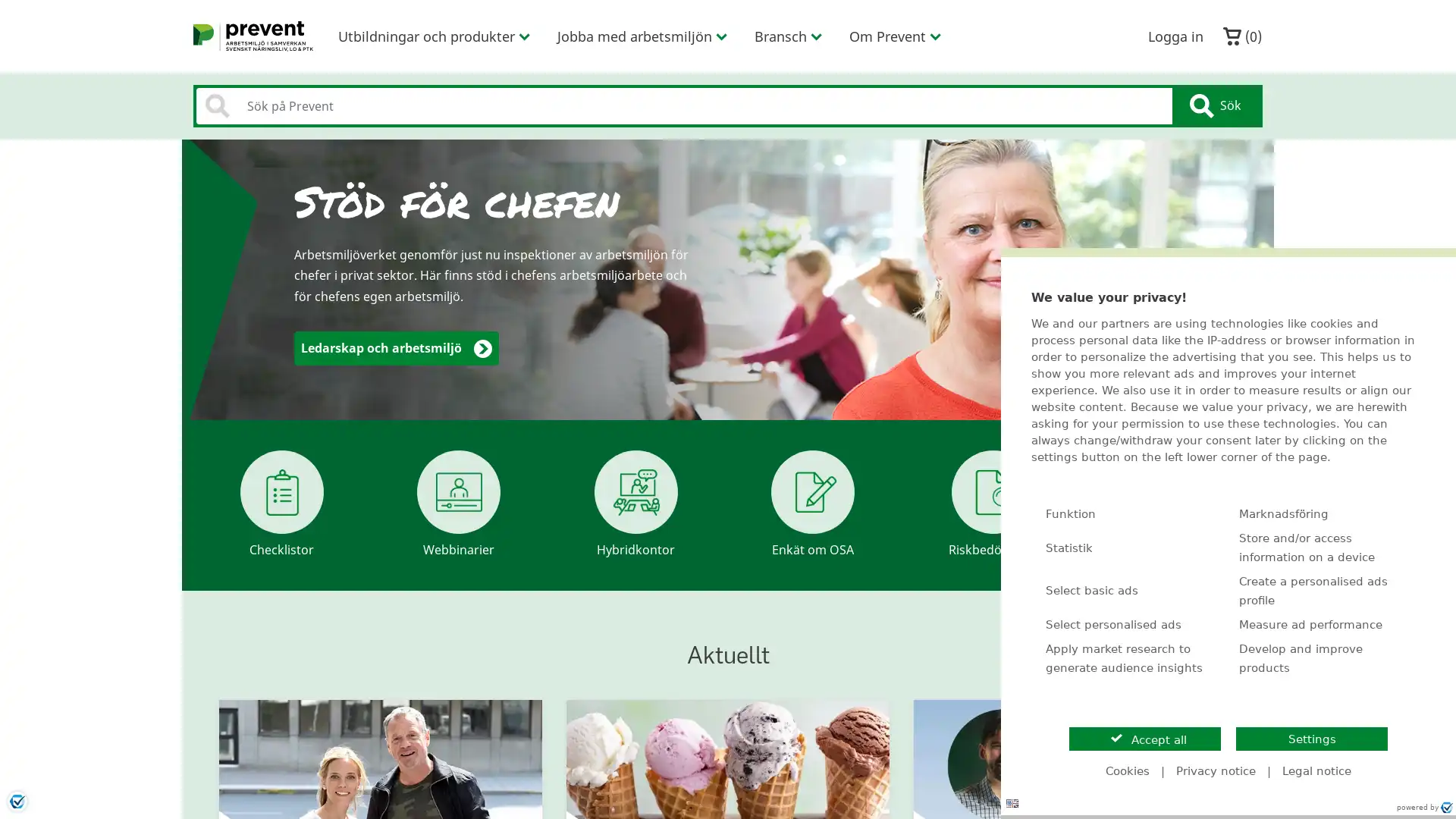  What do you see at coordinates (1216, 105) in the screenshot?
I see `Sok` at bounding box center [1216, 105].